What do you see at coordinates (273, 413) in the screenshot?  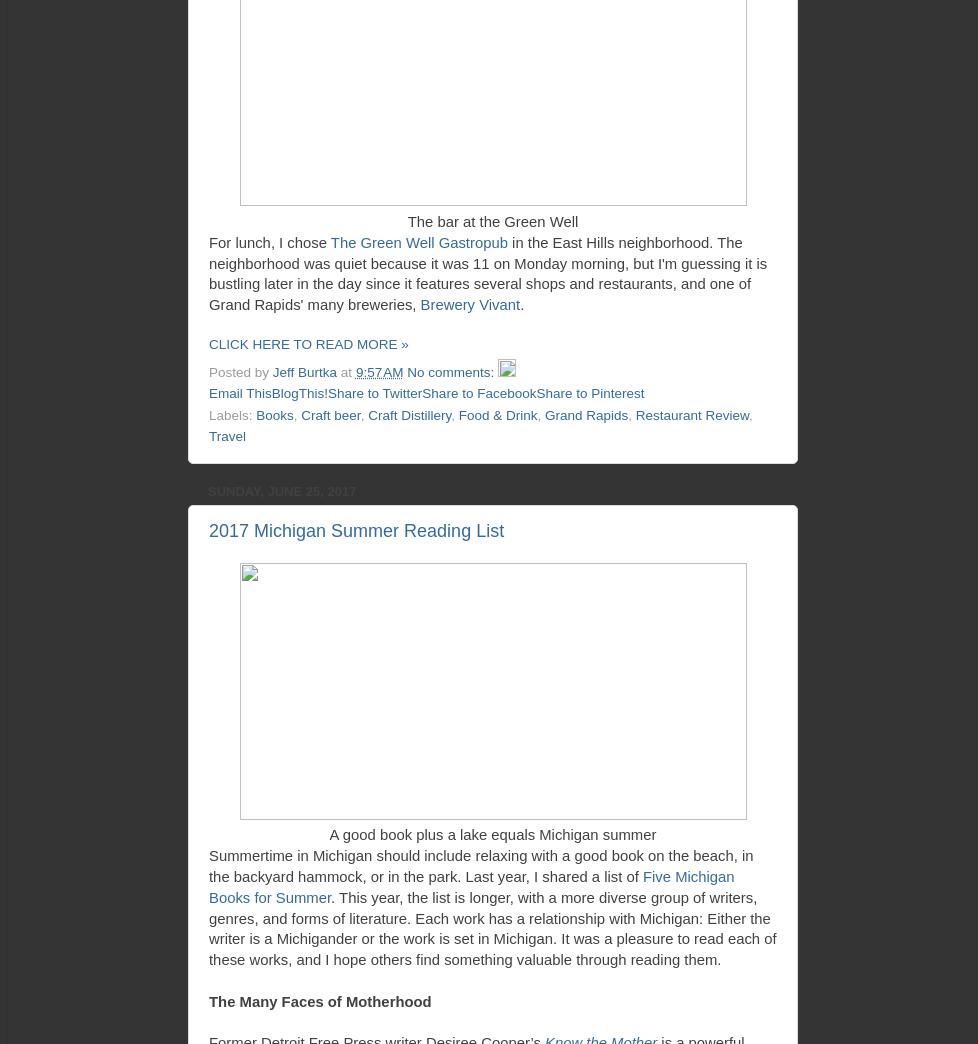 I see `'Books'` at bounding box center [273, 413].